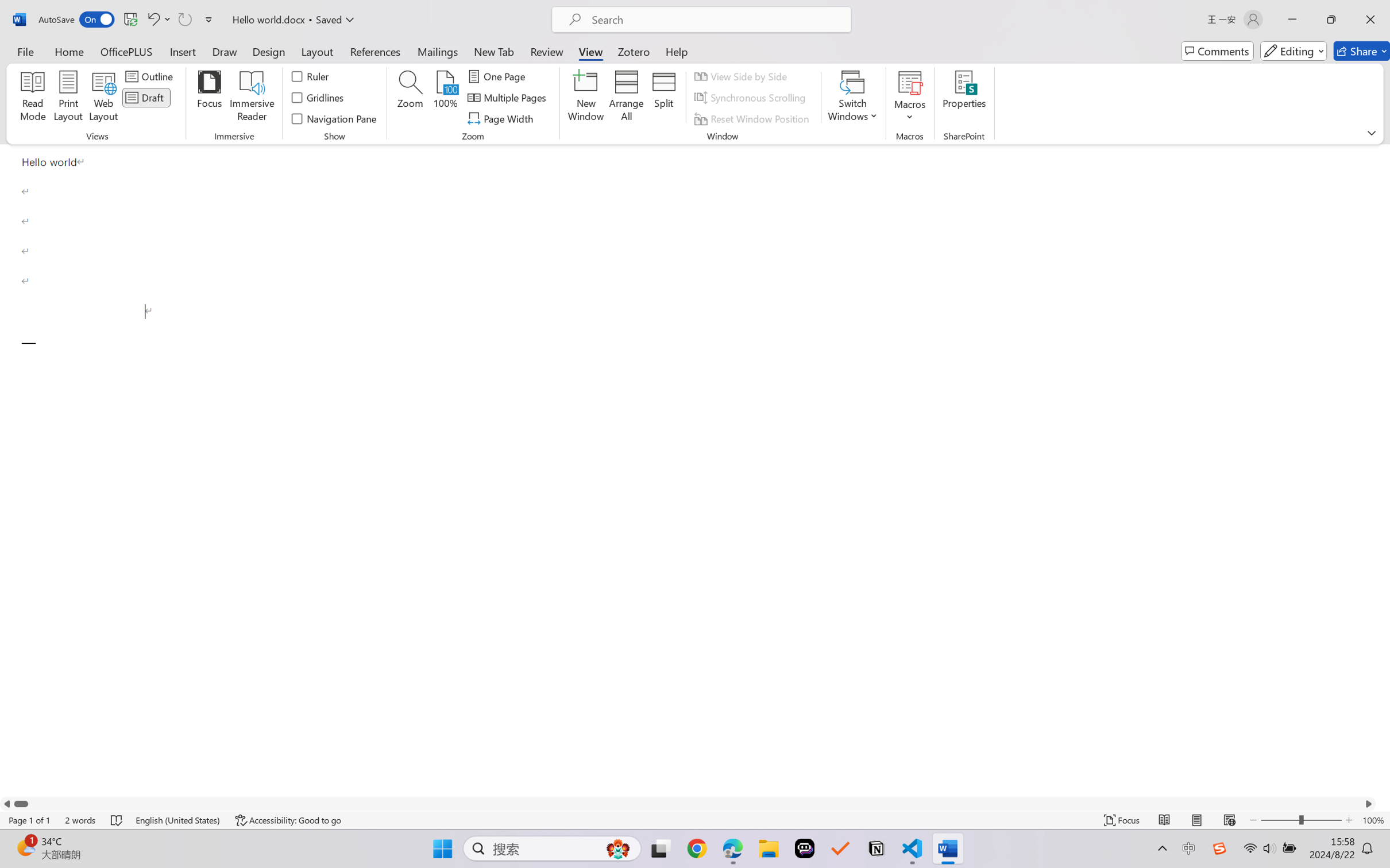  I want to click on 'Layout', so click(316, 51).